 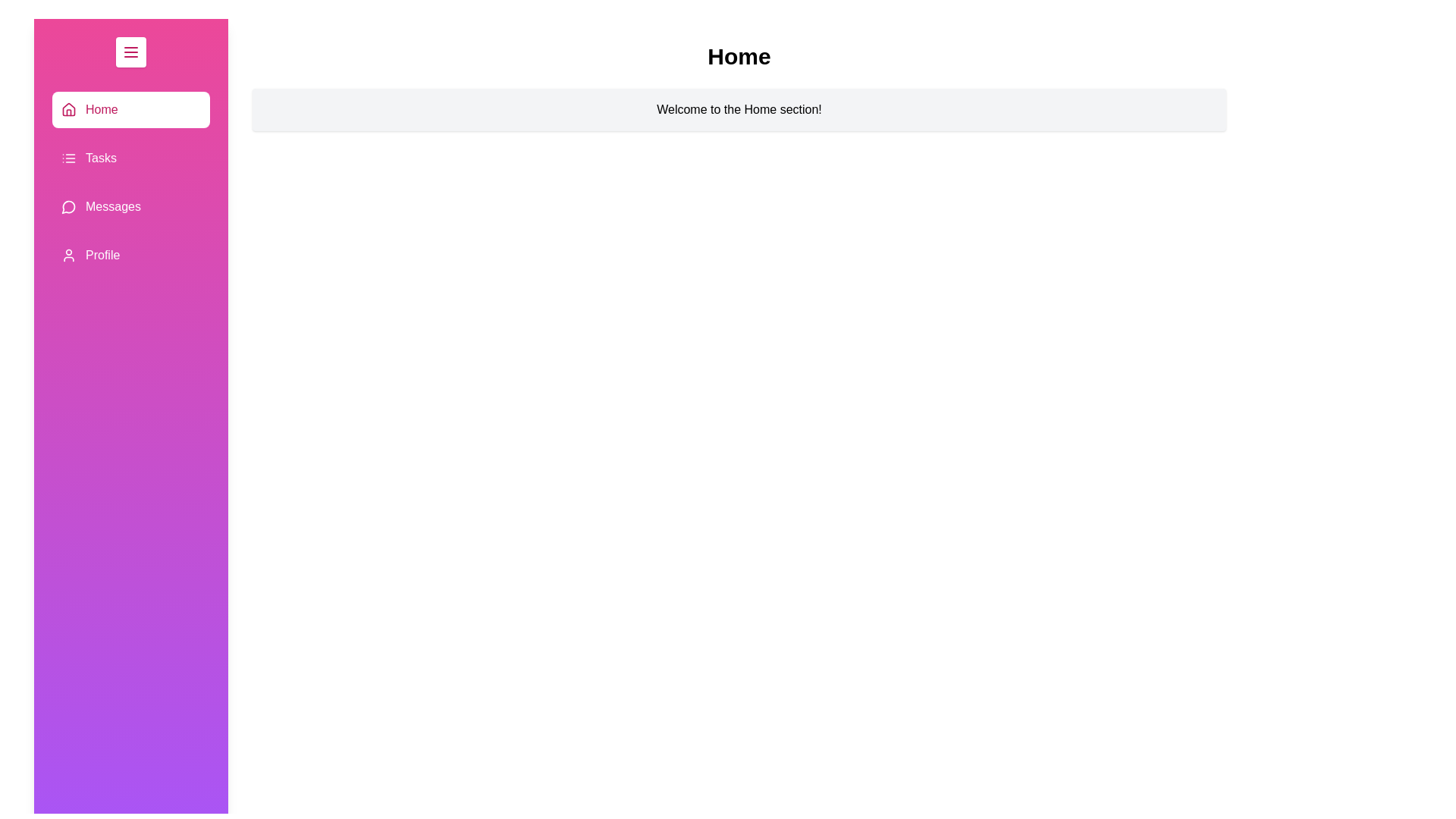 I want to click on the section Tasks by clicking on its corresponding item in the list, so click(x=130, y=158).